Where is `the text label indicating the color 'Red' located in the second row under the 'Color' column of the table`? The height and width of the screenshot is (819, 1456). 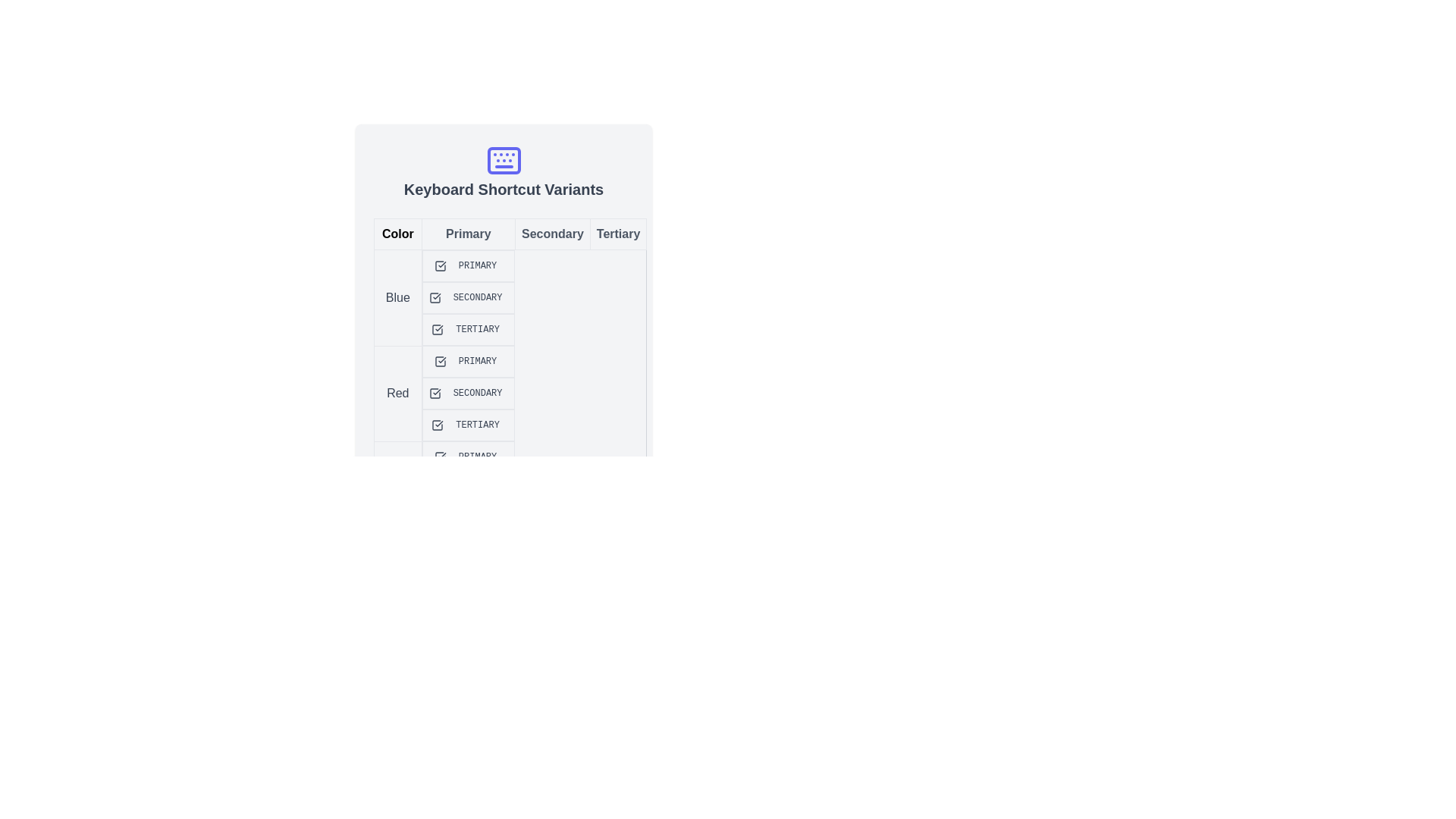
the text label indicating the color 'Red' located in the second row under the 'Color' column of the table is located at coordinates (397, 393).